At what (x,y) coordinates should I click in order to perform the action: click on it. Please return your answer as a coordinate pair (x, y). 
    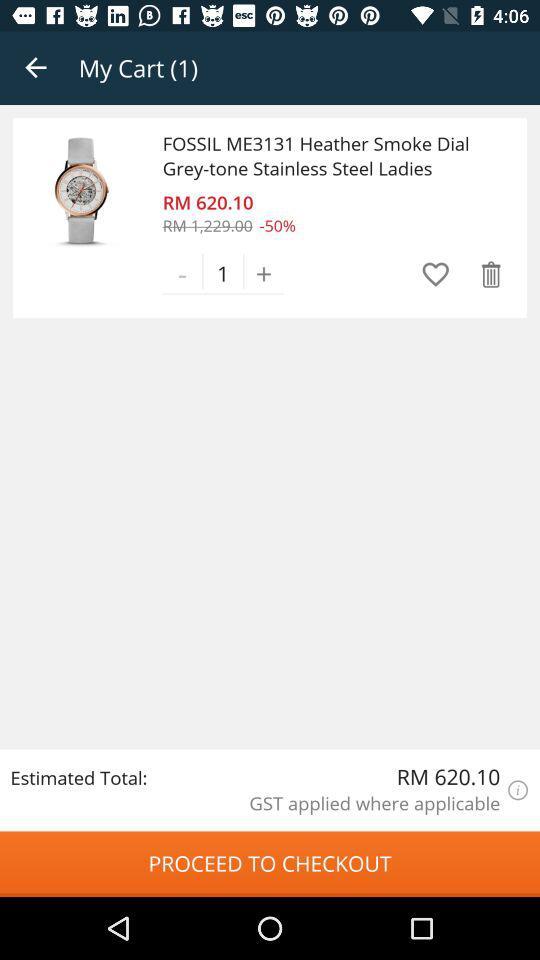
    Looking at the image, I should click on (434, 273).